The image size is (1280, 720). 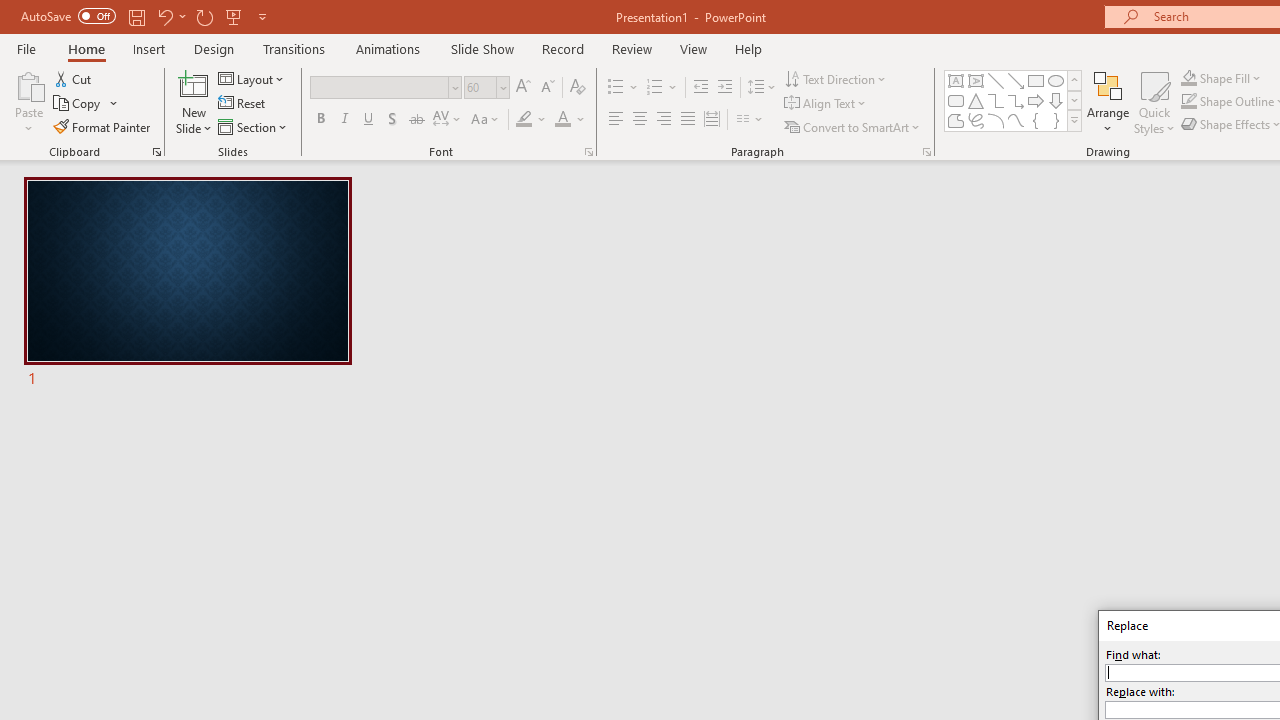 I want to click on 'Line', so click(x=995, y=80).